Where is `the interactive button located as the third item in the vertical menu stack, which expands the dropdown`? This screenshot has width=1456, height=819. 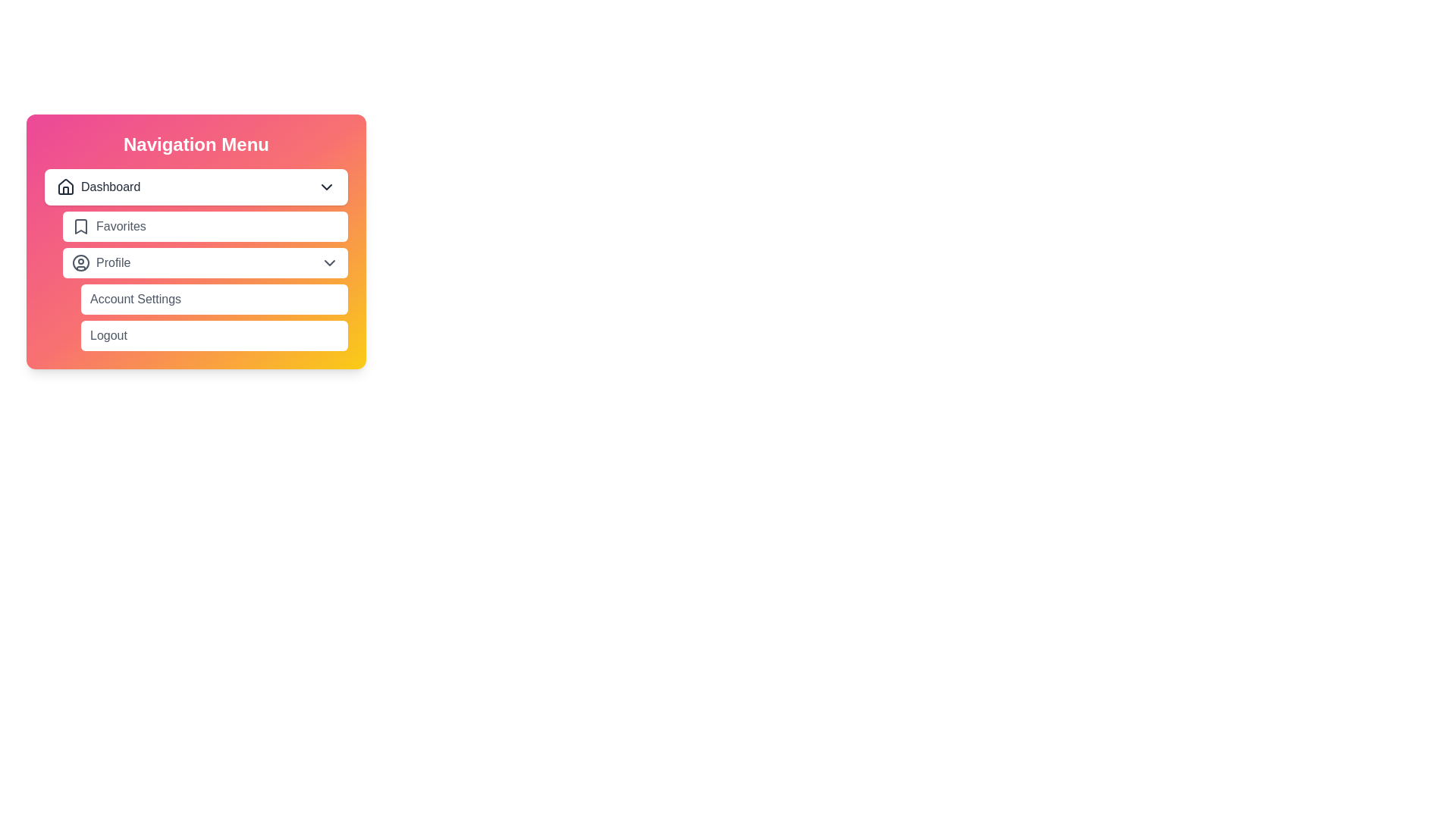
the interactive button located as the third item in the vertical menu stack, which expands the dropdown is located at coordinates (204, 262).